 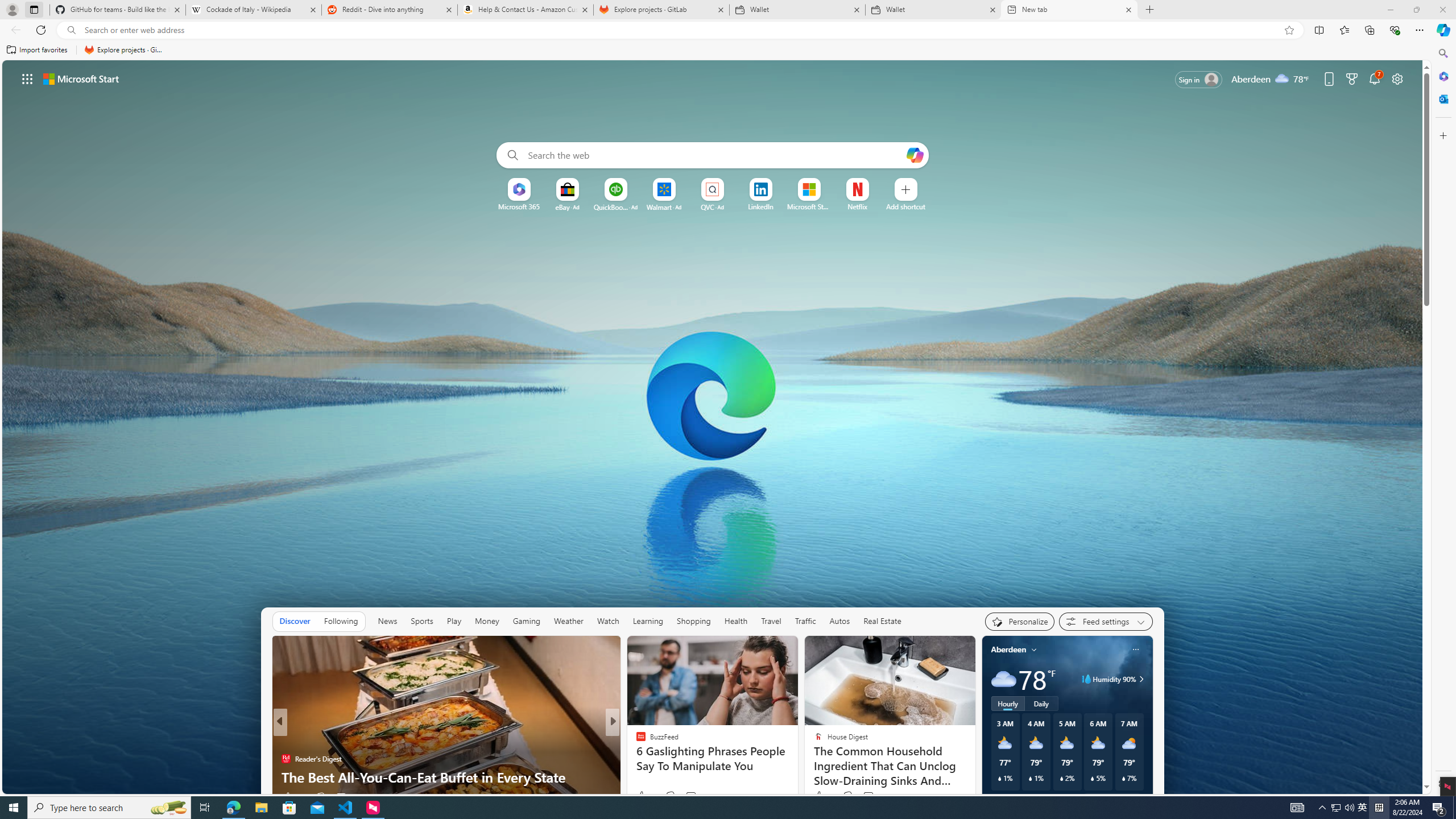 What do you see at coordinates (648, 621) in the screenshot?
I see `'Learning'` at bounding box center [648, 621].